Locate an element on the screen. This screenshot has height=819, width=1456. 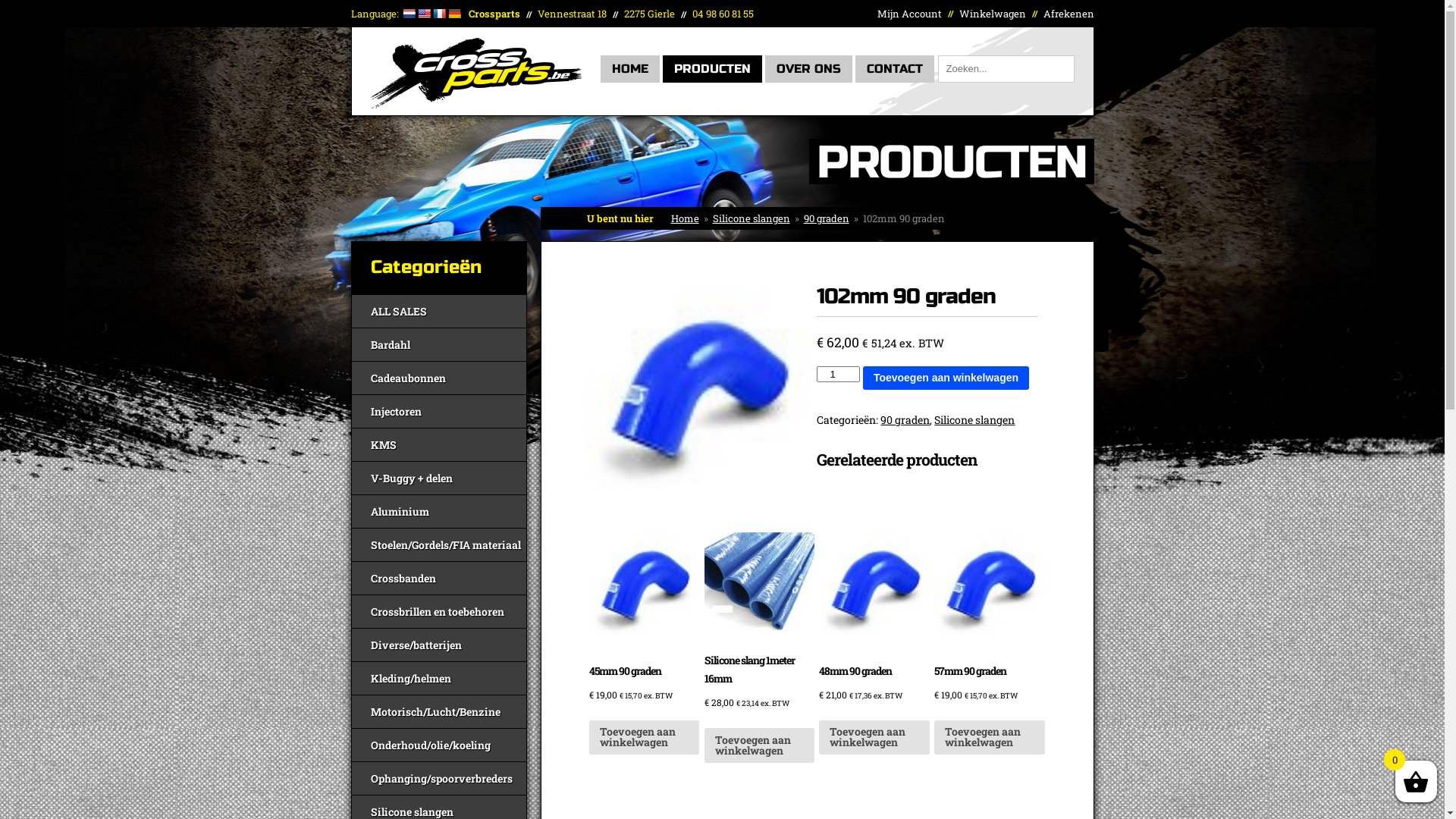
'Kleding/helmen' is located at coordinates (438, 677).